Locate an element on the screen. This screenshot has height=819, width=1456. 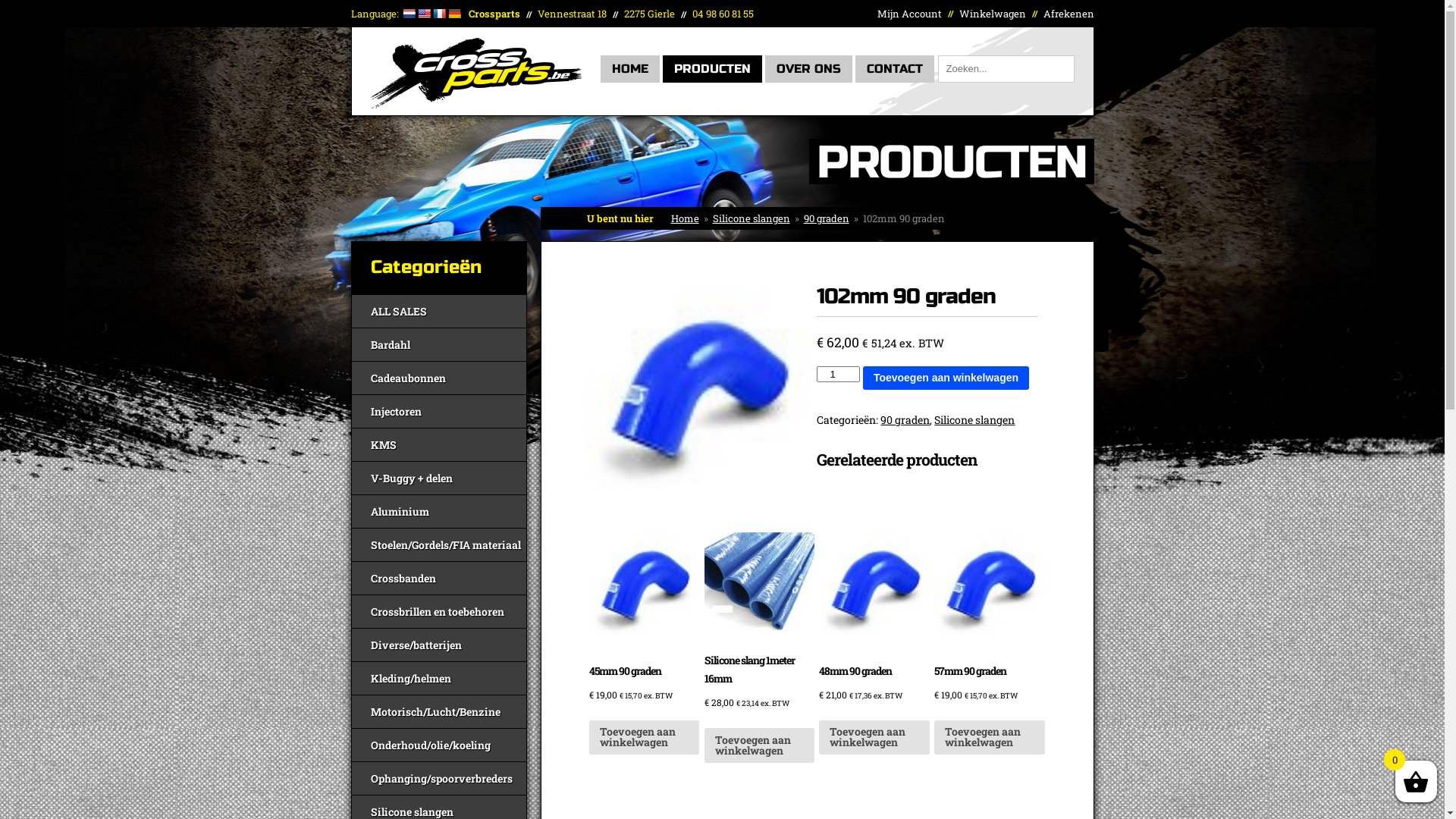
'Kleding/helmen' is located at coordinates (438, 677).